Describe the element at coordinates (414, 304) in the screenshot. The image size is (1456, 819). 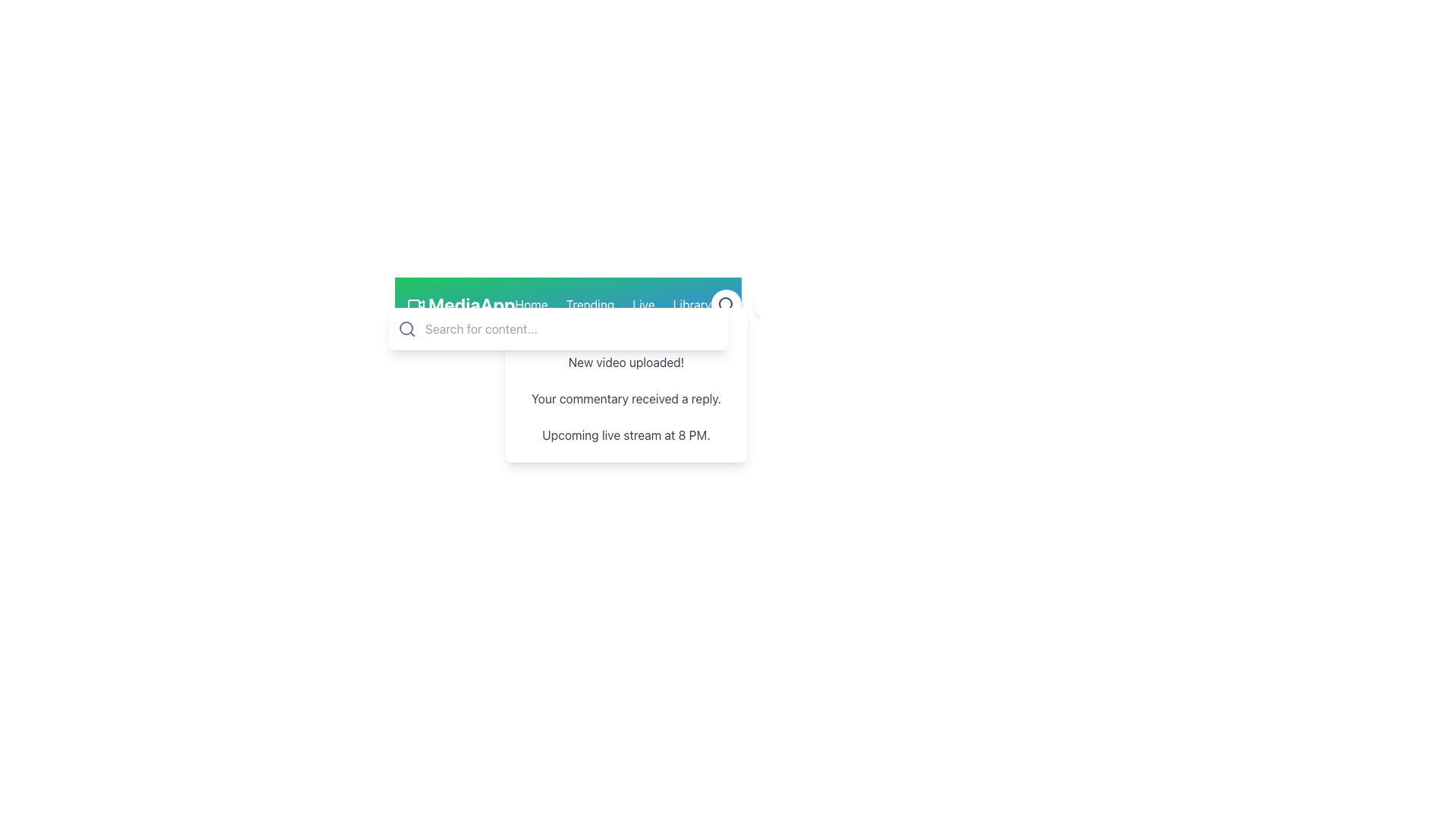
I see `the rectangular box with rounded corners that forms the base of the video camera icon, positioned within the navigation bar` at that location.